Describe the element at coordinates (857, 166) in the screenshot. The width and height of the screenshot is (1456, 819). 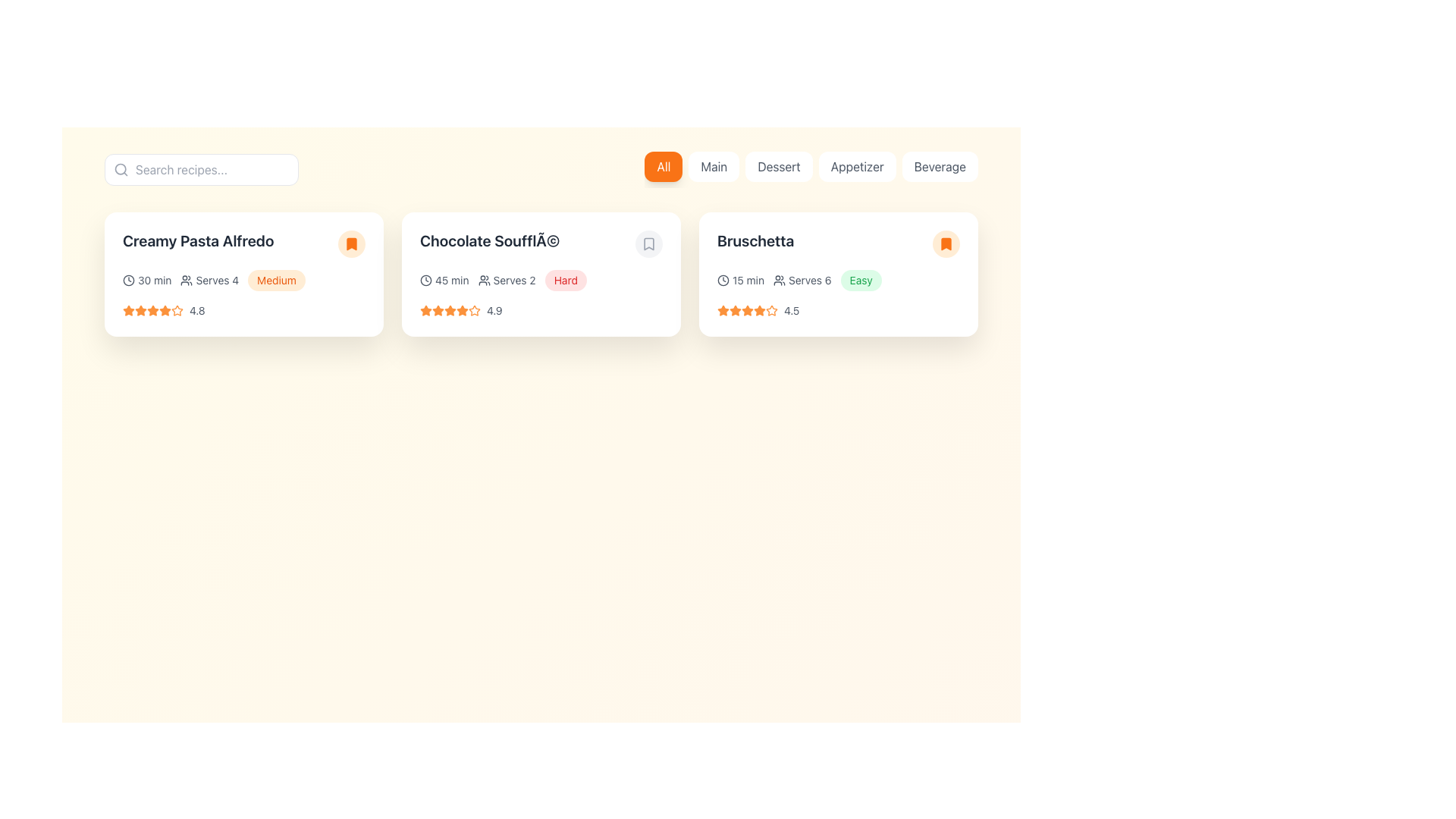
I see `the 'Appetizer' category filter button, which is the fourth button in a horizontal menu of five options, to change its background color` at that location.